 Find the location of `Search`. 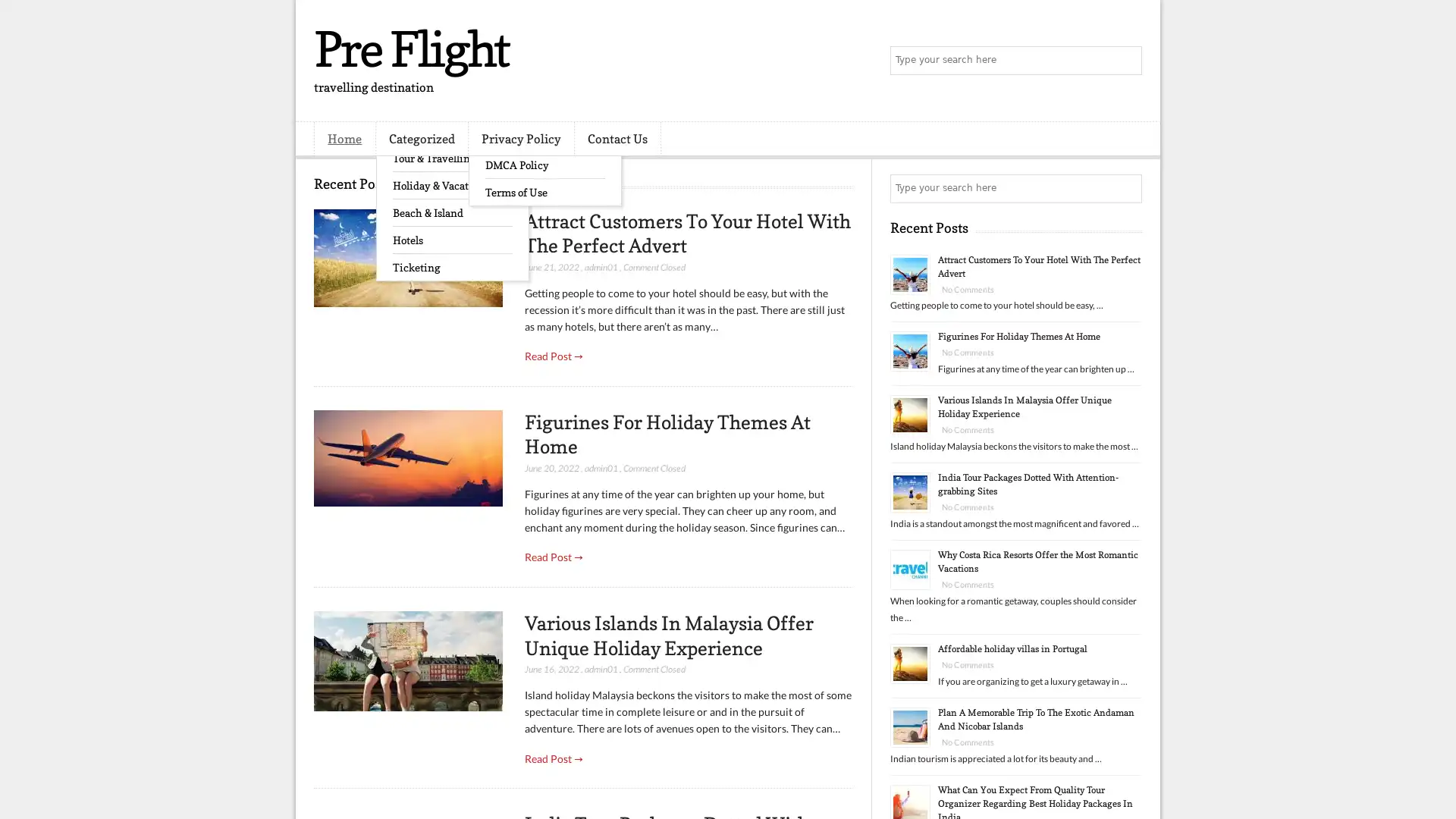

Search is located at coordinates (1126, 61).